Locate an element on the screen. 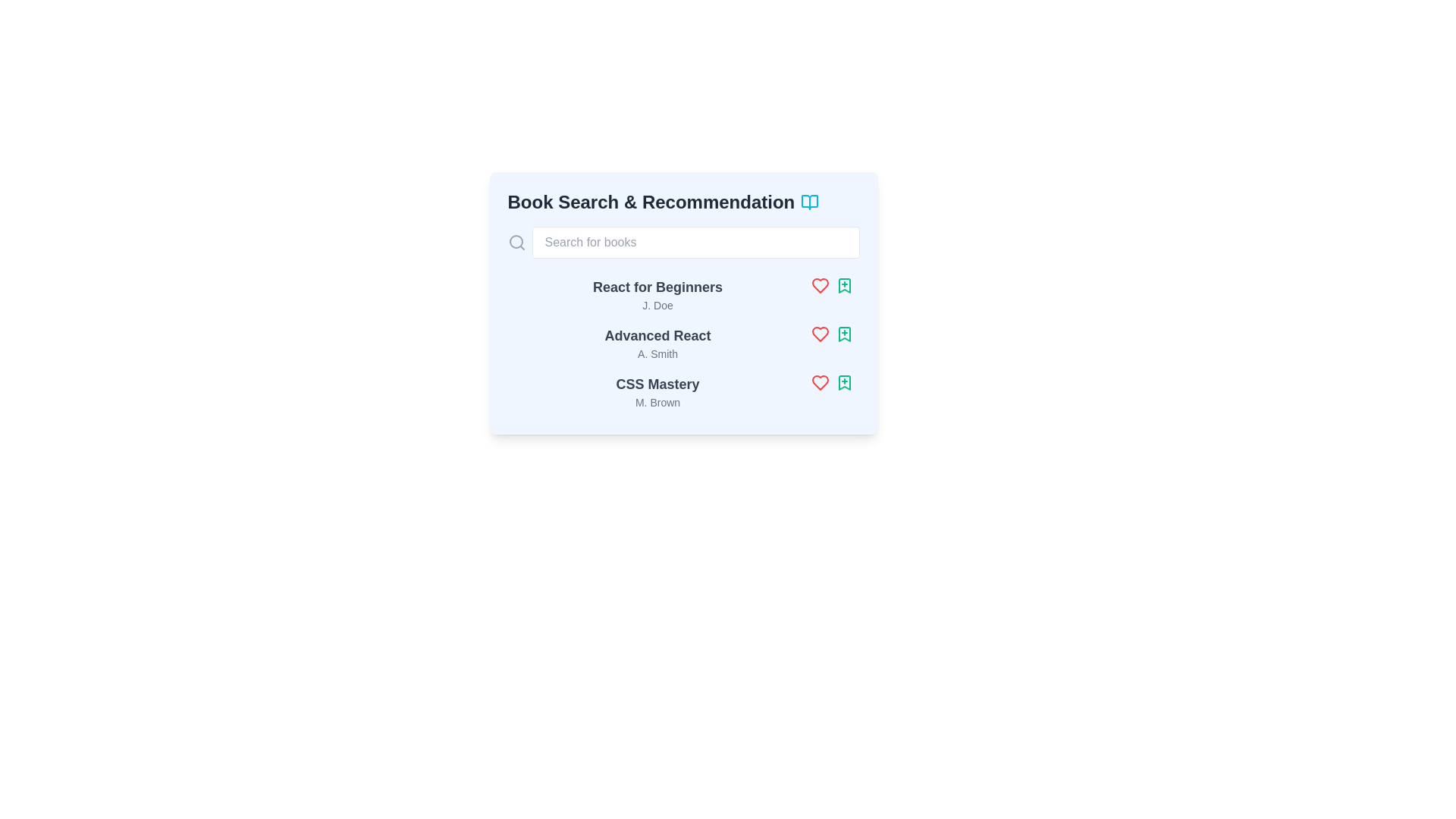  the circular gray search icon that is positioned to the left of the input field in the search bar is located at coordinates (516, 242).